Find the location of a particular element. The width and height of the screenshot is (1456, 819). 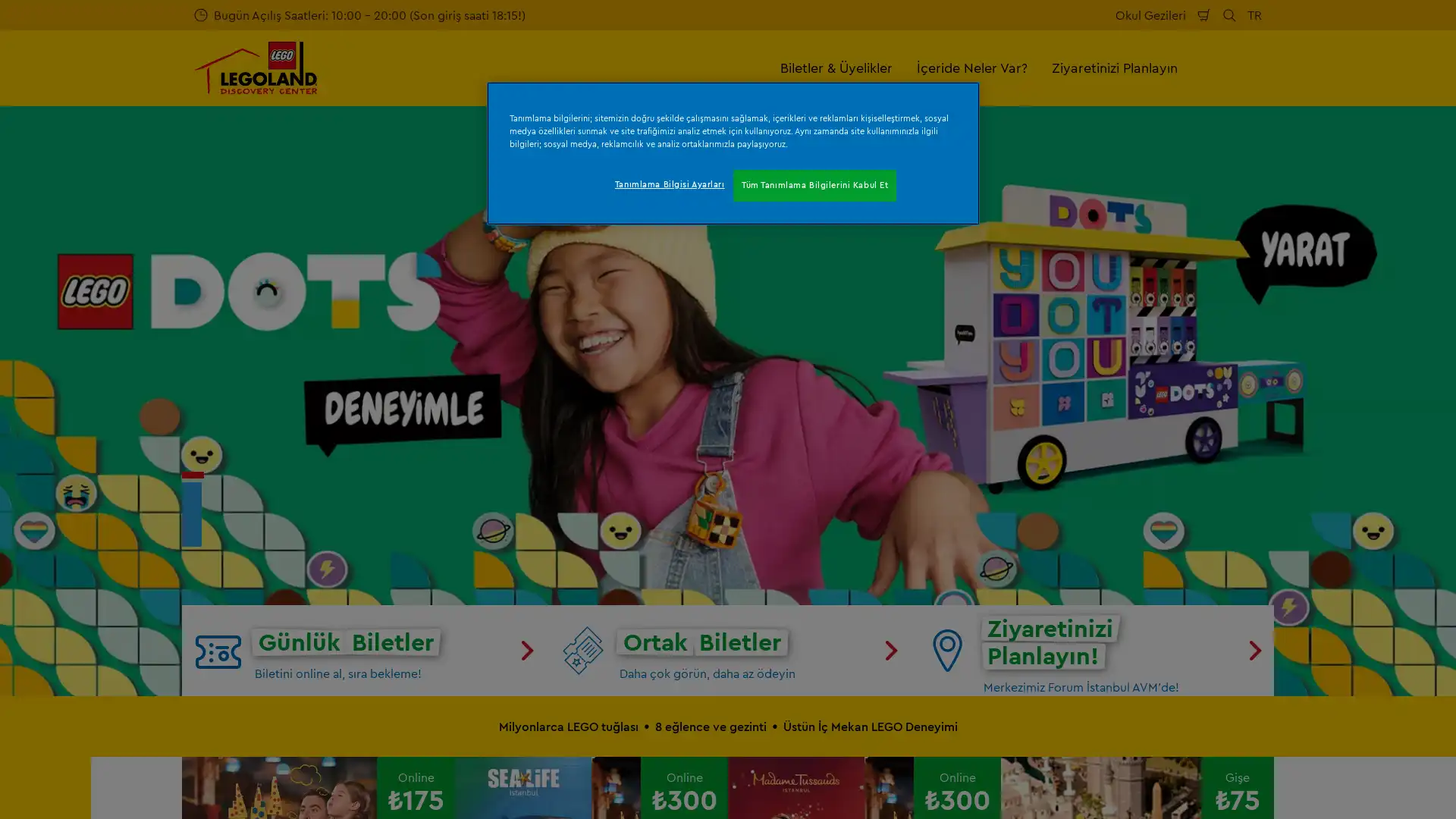

Arama is located at coordinates (1229, 14).